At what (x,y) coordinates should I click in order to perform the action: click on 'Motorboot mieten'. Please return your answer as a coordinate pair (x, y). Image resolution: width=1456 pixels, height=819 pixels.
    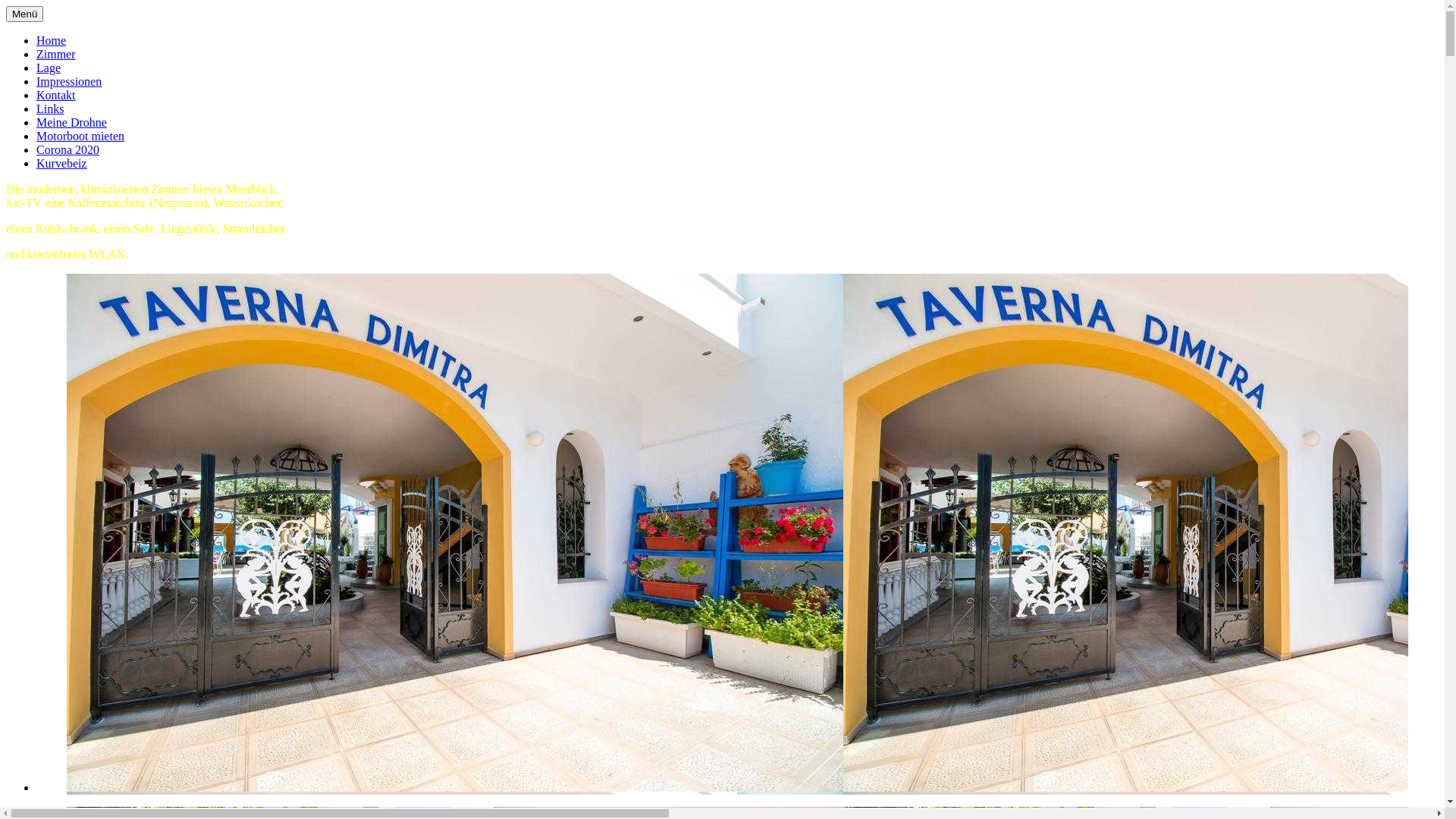
    Looking at the image, I should click on (79, 135).